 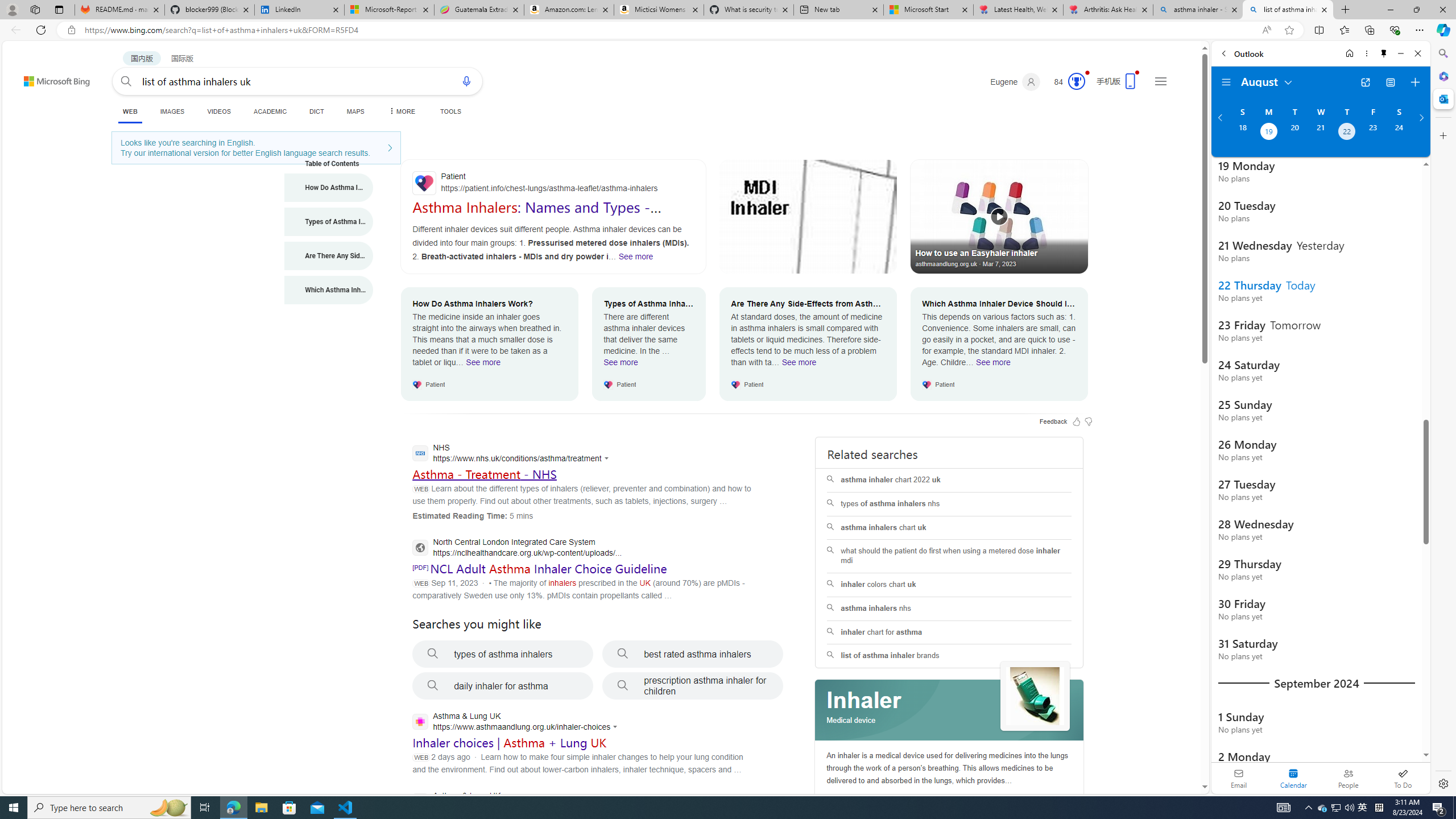 What do you see at coordinates (949, 656) in the screenshot?
I see `'list of asthma inhaler brands'` at bounding box center [949, 656].